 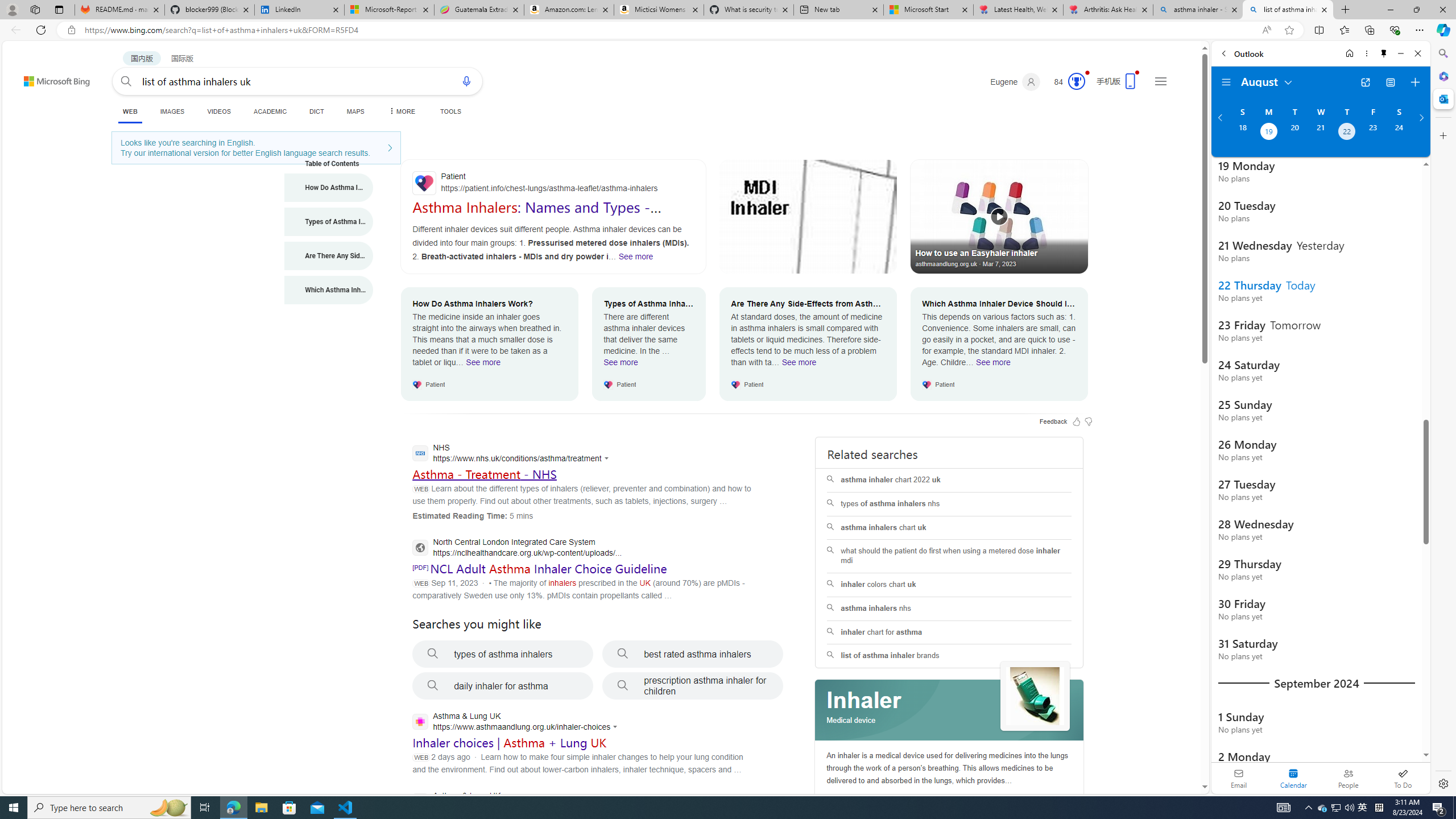 What do you see at coordinates (949, 656) in the screenshot?
I see `'list of asthma inhaler brands'` at bounding box center [949, 656].